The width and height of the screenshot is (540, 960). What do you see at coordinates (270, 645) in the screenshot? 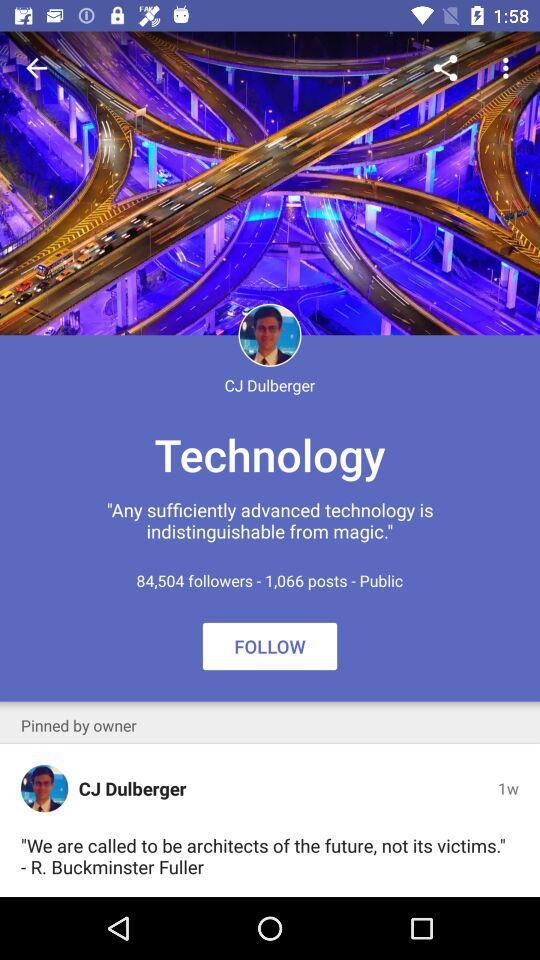
I see `item below 84 504 followers icon` at bounding box center [270, 645].